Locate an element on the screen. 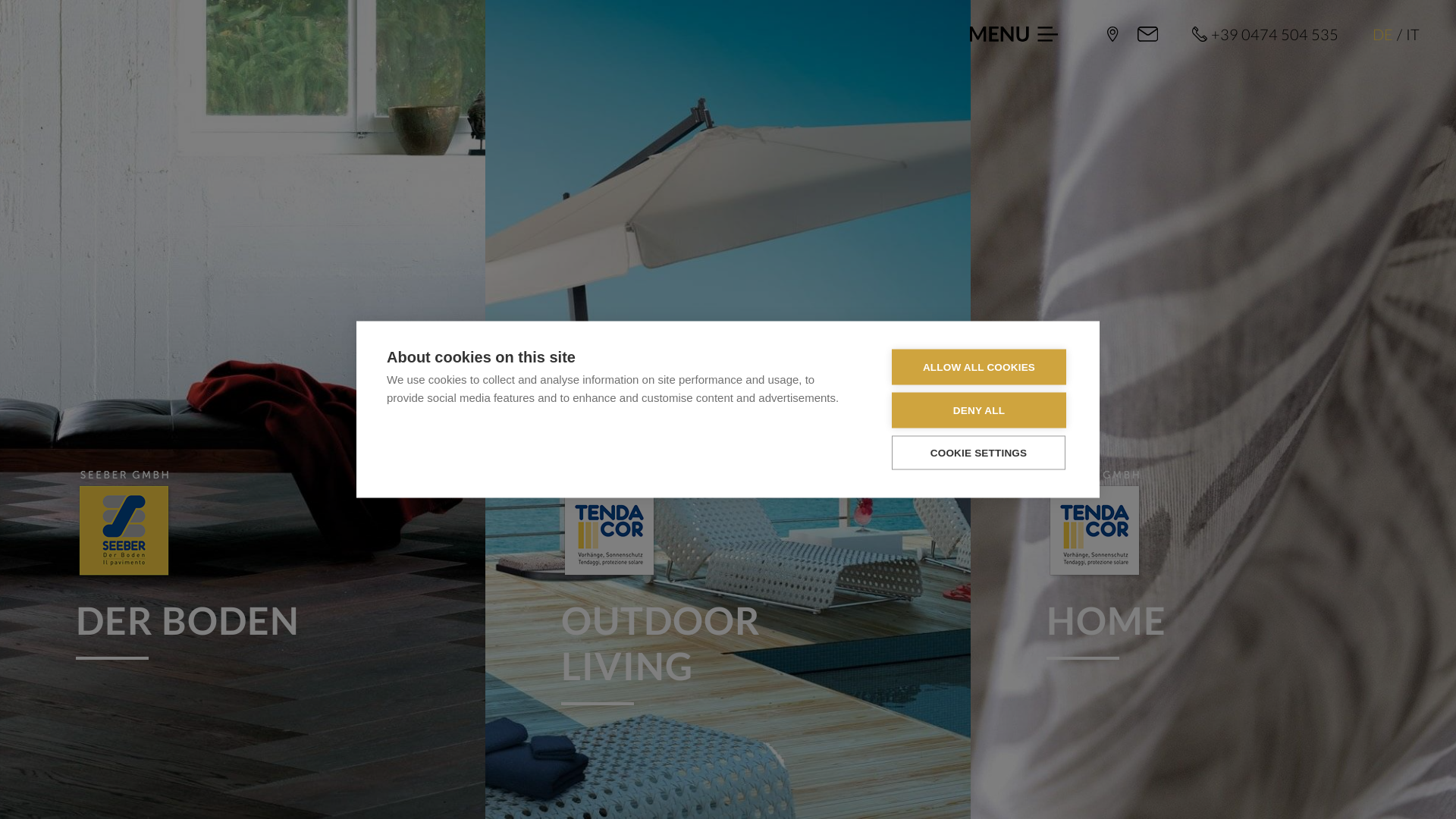 The image size is (1456, 819). 'DE' is located at coordinates (1382, 34).